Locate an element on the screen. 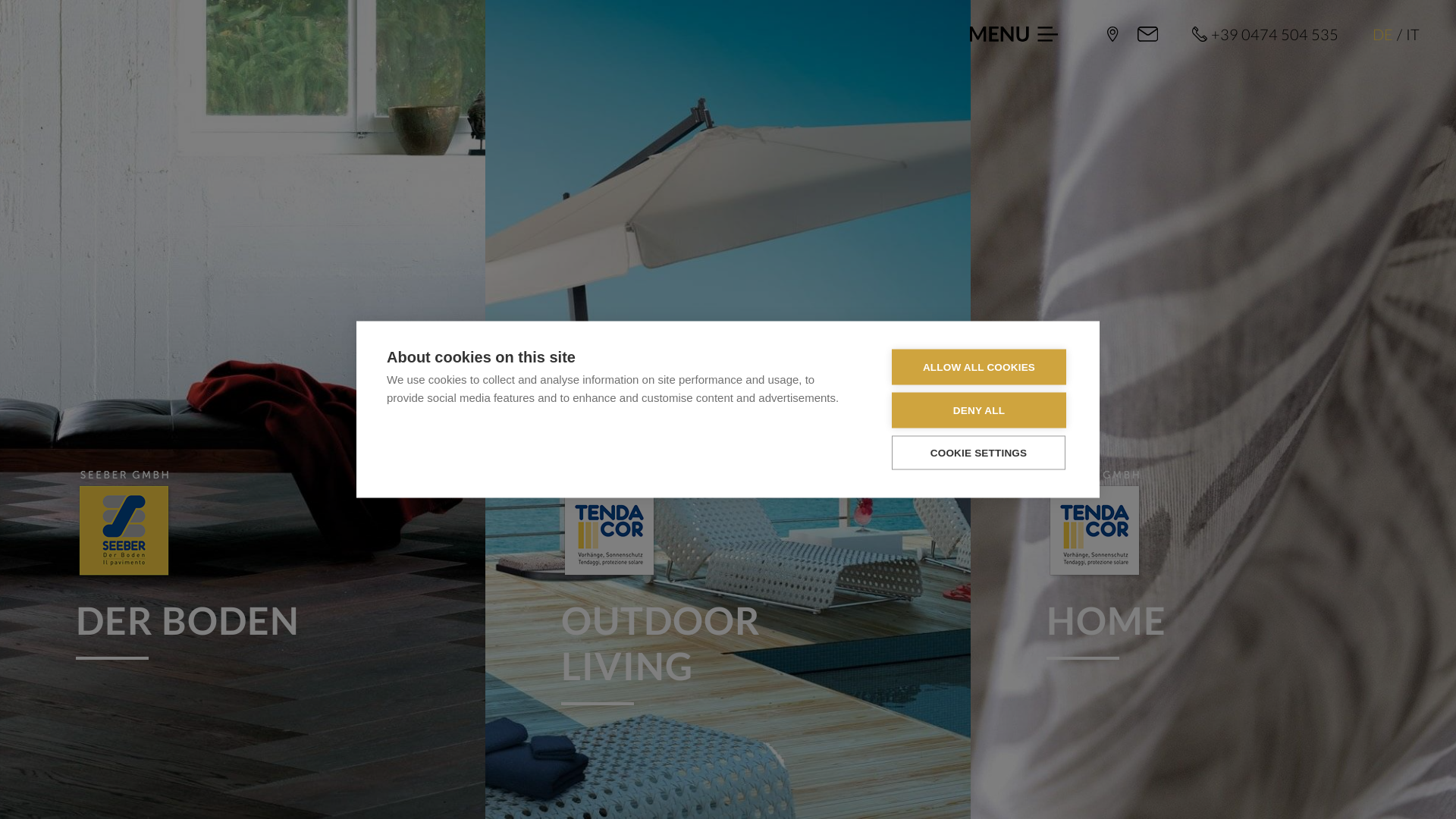 The image size is (1456, 819). 'DE' is located at coordinates (1382, 34).